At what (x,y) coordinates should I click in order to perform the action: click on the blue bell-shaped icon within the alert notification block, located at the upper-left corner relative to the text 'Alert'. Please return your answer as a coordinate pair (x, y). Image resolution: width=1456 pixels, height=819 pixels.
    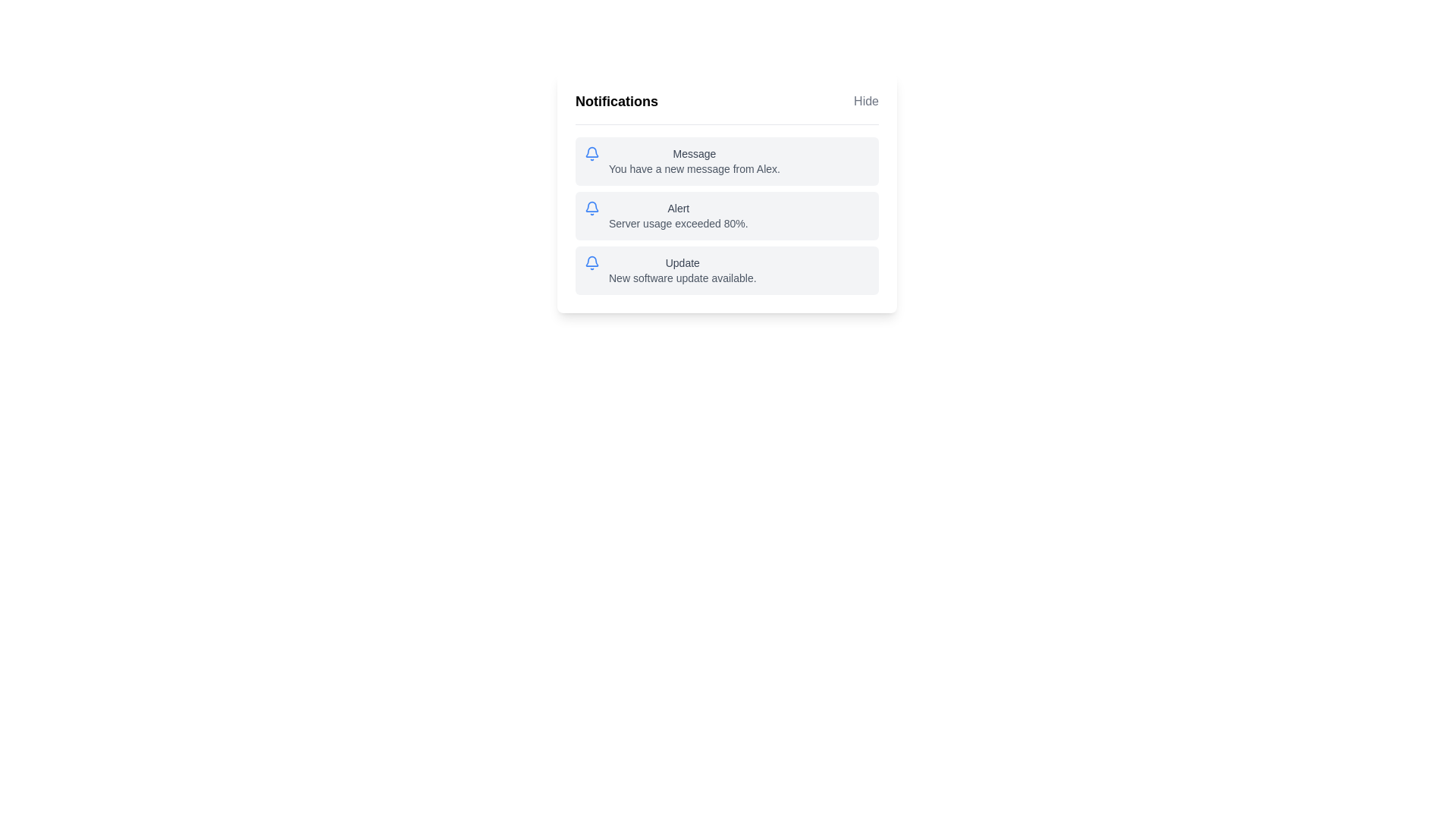
    Looking at the image, I should click on (591, 208).